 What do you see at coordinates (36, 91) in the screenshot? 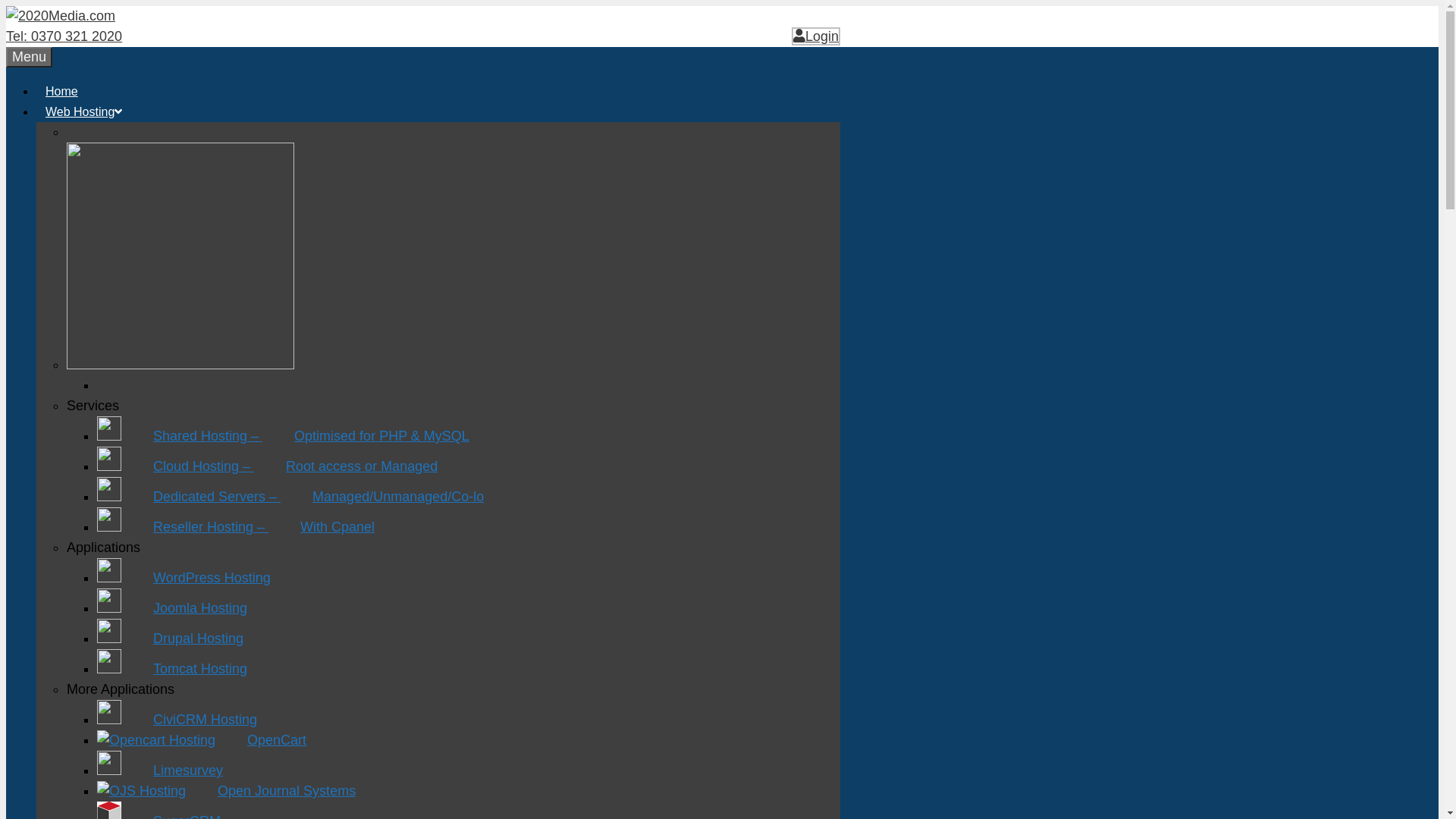
I see `'Home'` at bounding box center [36, 91].